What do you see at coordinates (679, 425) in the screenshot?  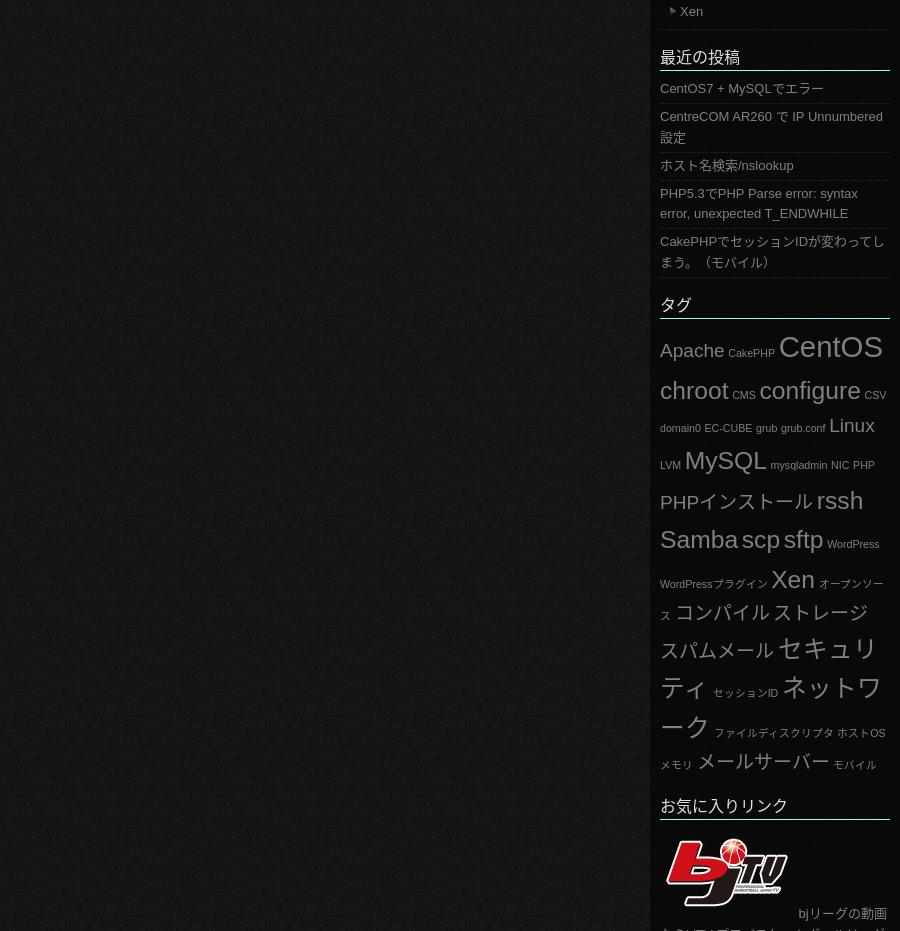 I see `'domain0'` at bounding box center [679, 425].